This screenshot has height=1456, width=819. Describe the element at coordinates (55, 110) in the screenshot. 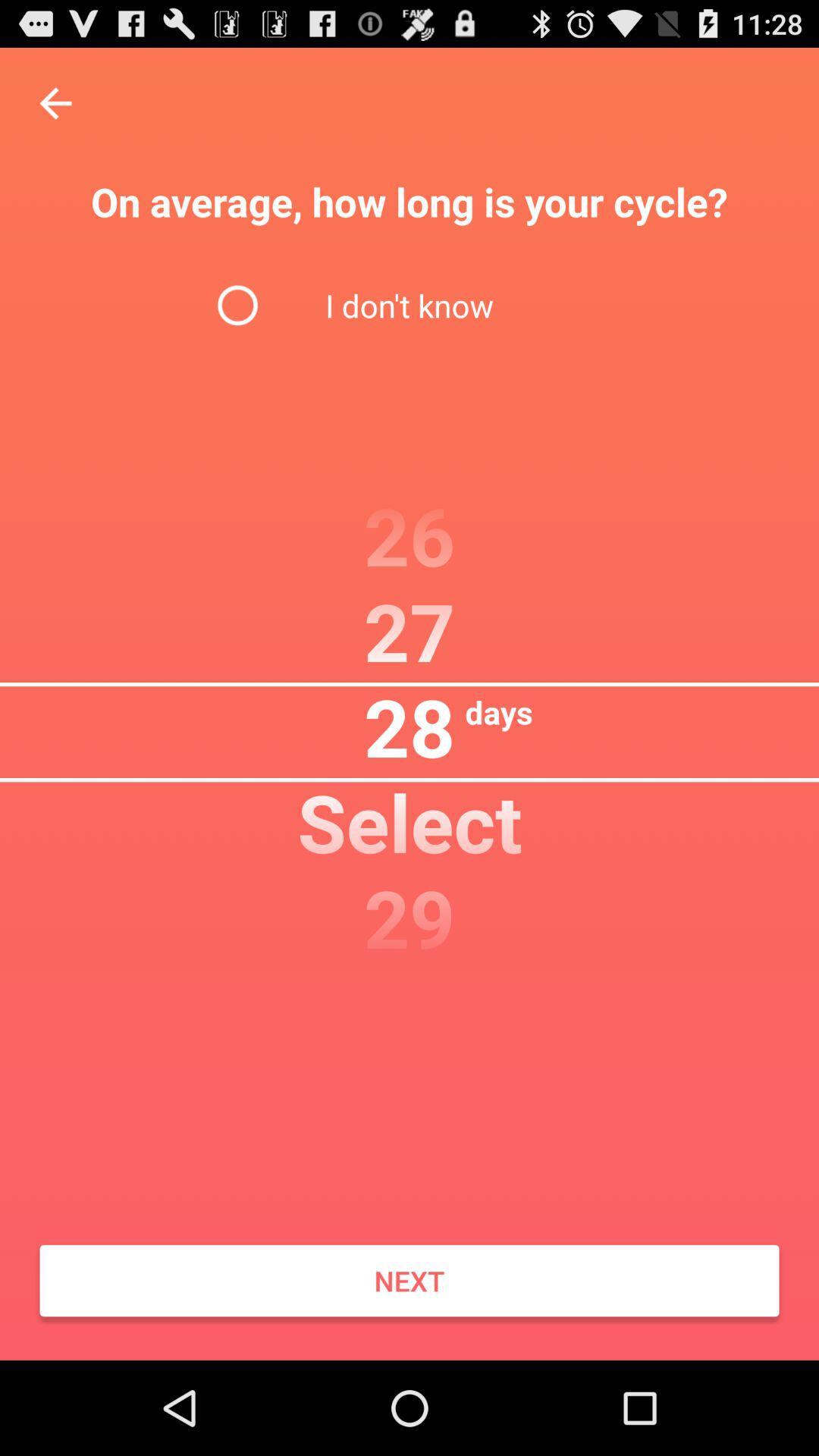

I see `the arrow_backward icon` at that location.